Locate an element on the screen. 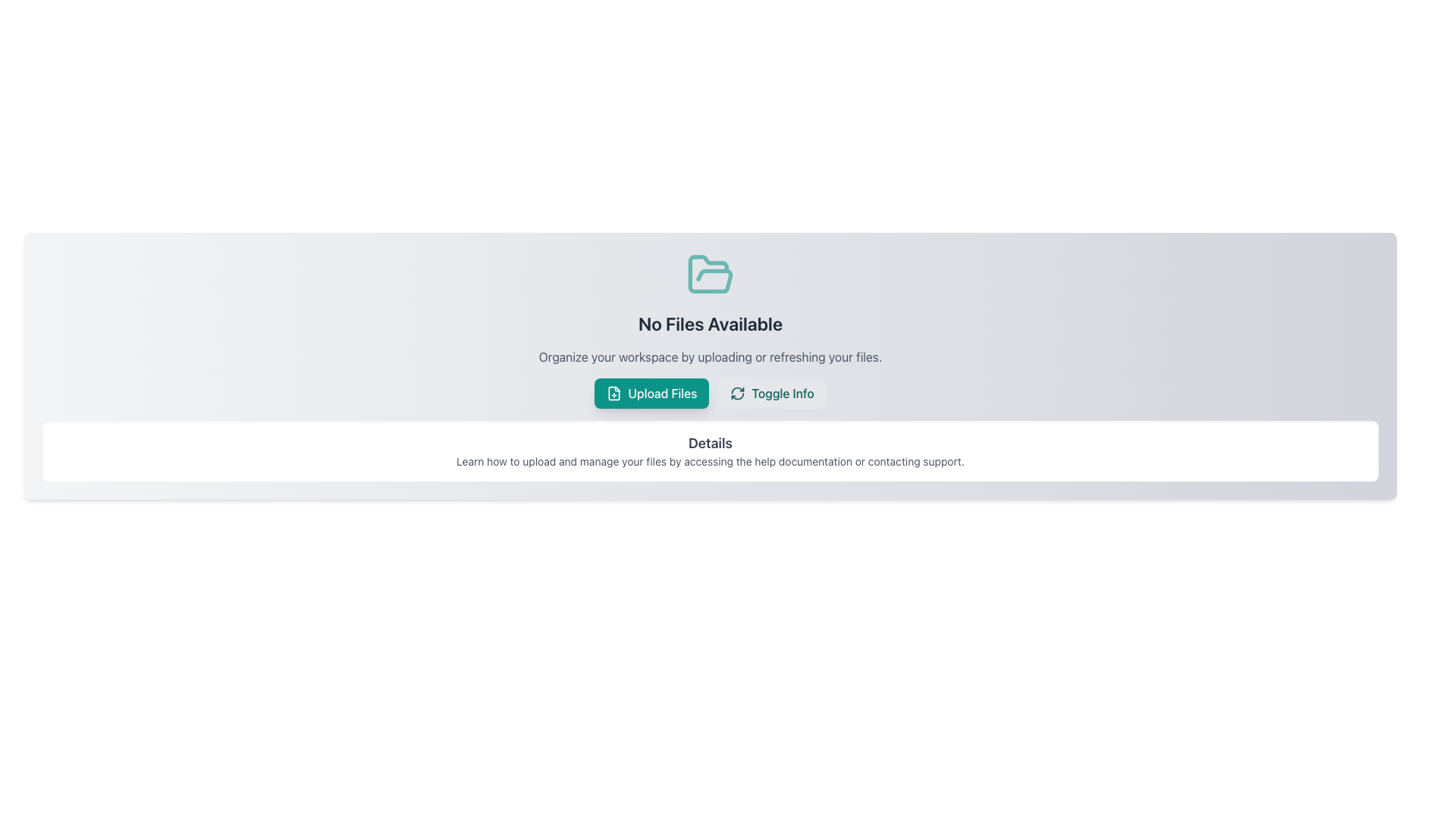 Image resolution: width=1456 pixels, height=819 pixels. the teal-colored folder icon located at the center top of the card-like interface, positioned above the heading 'No Files Available' is located at coordinates (709, 275).